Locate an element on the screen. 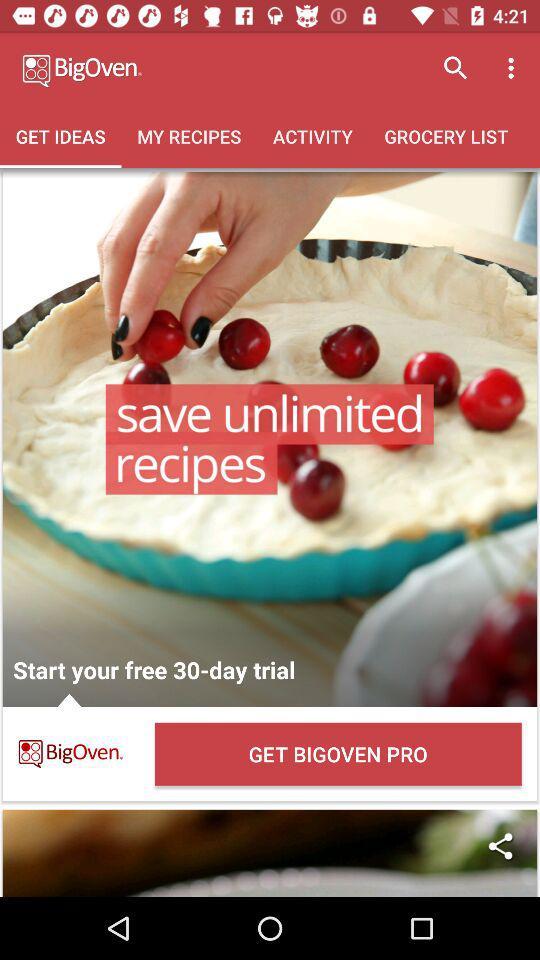 This screenshot has width=540, height=960. icon above grocery list icon is located at coordinates (455, 68).